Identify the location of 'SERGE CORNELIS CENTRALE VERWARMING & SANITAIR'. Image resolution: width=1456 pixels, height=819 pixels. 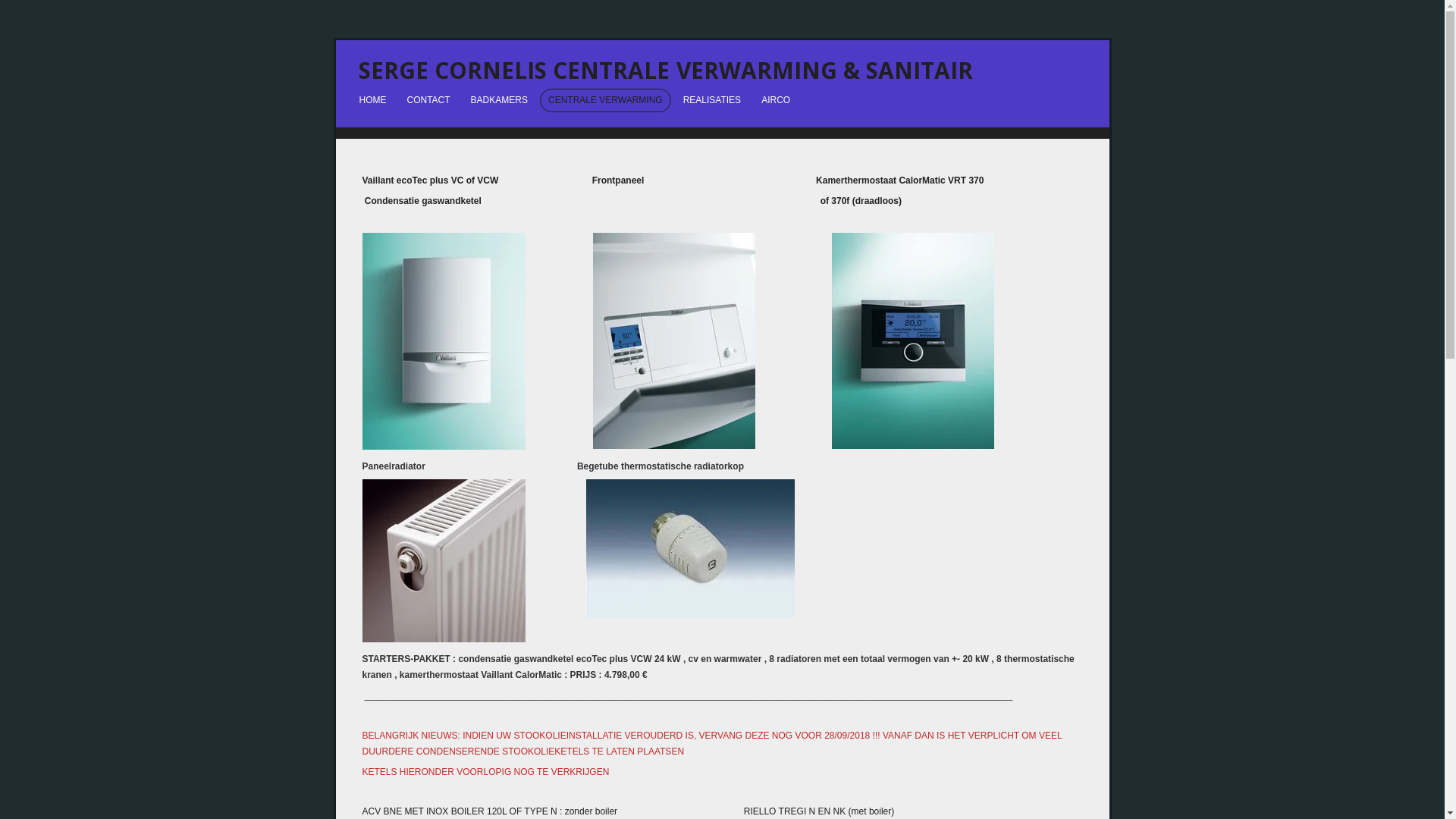
(665, 68).